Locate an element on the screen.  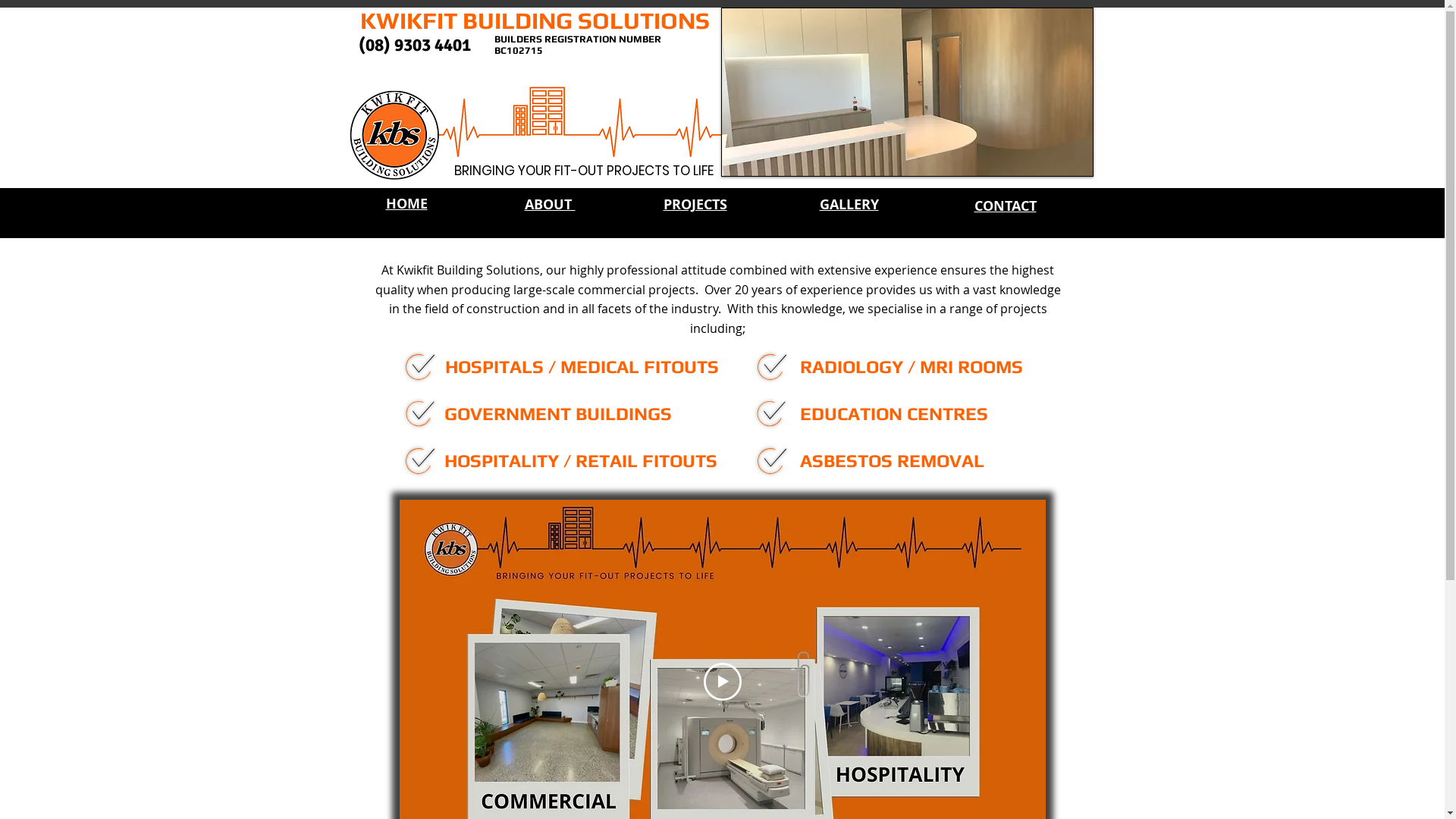
'HOME' is located at coordinates (385, 202).